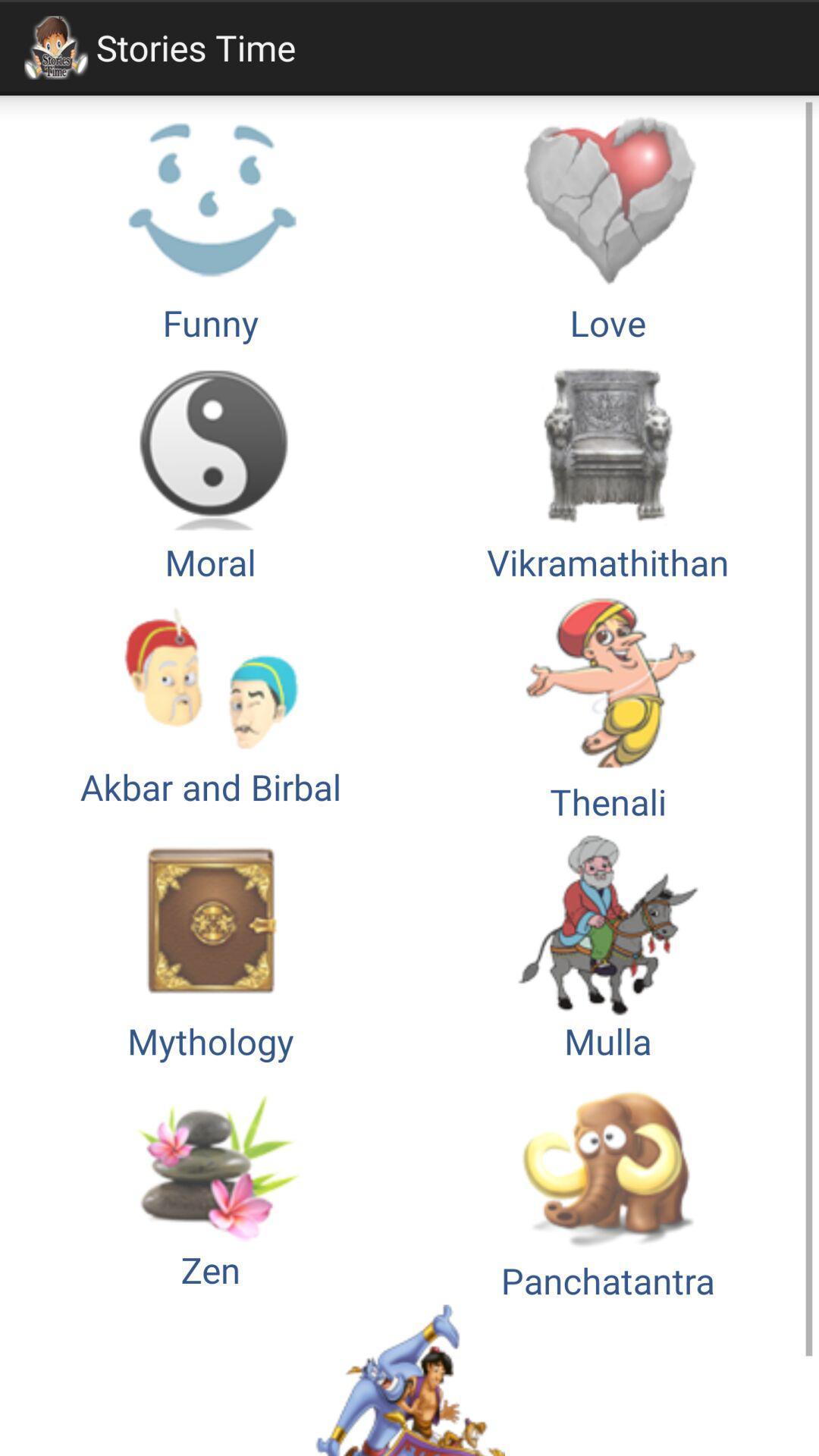 This screenshot has width=819, height=1456. What do you see at coordinates (607, 944) in the screenshot?
I see `mulla button` at bounding box center [607, 944].